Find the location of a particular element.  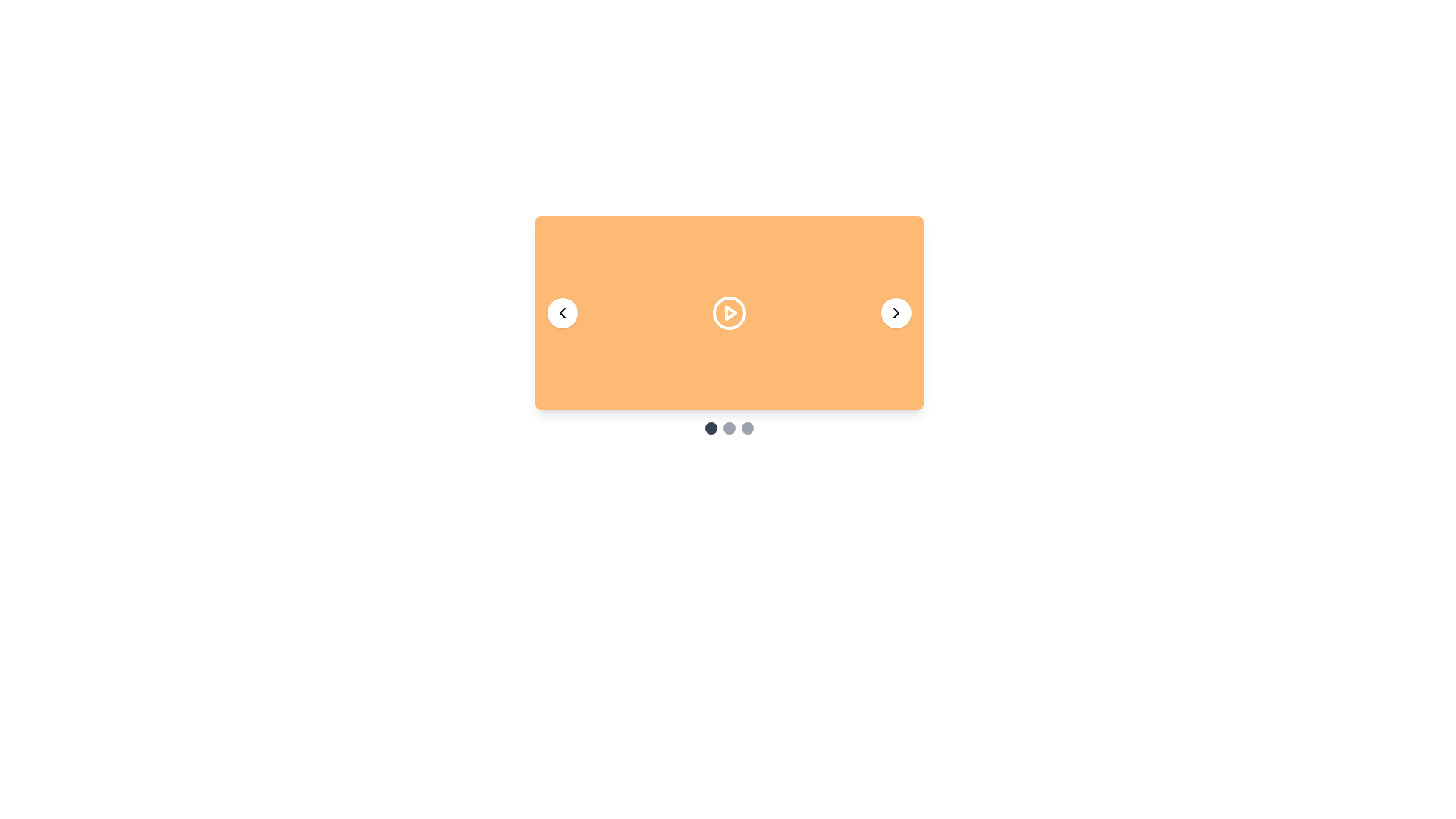

the third dot-style navigation button located below the large orange panel is located at coordinates (747, 428).